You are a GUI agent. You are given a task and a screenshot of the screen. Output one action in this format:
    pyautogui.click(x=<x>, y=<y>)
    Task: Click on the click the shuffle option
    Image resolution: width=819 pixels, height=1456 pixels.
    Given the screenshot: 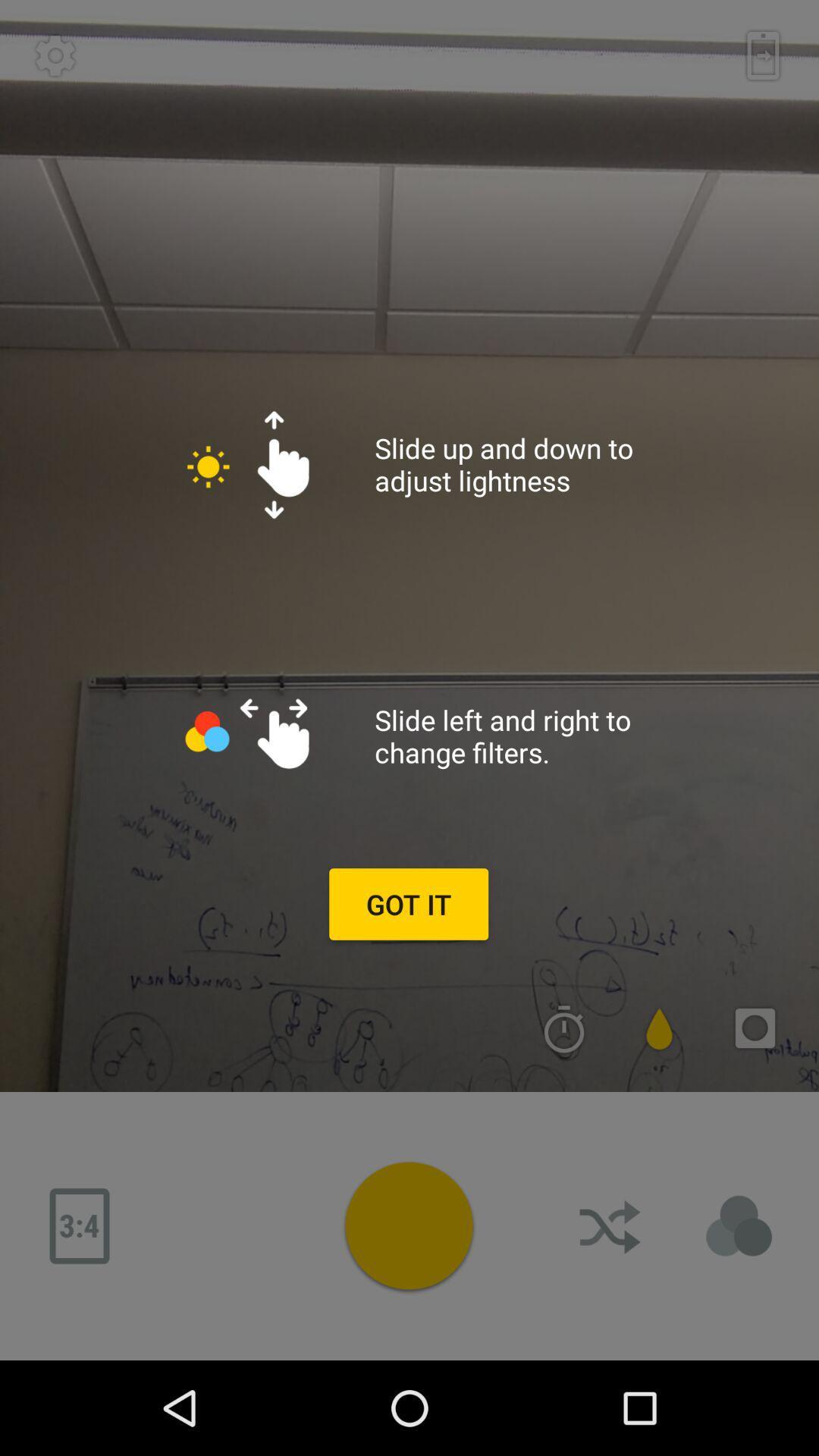 What is the action you would take?
    pyautogui.click(x=610, y=1226)
    